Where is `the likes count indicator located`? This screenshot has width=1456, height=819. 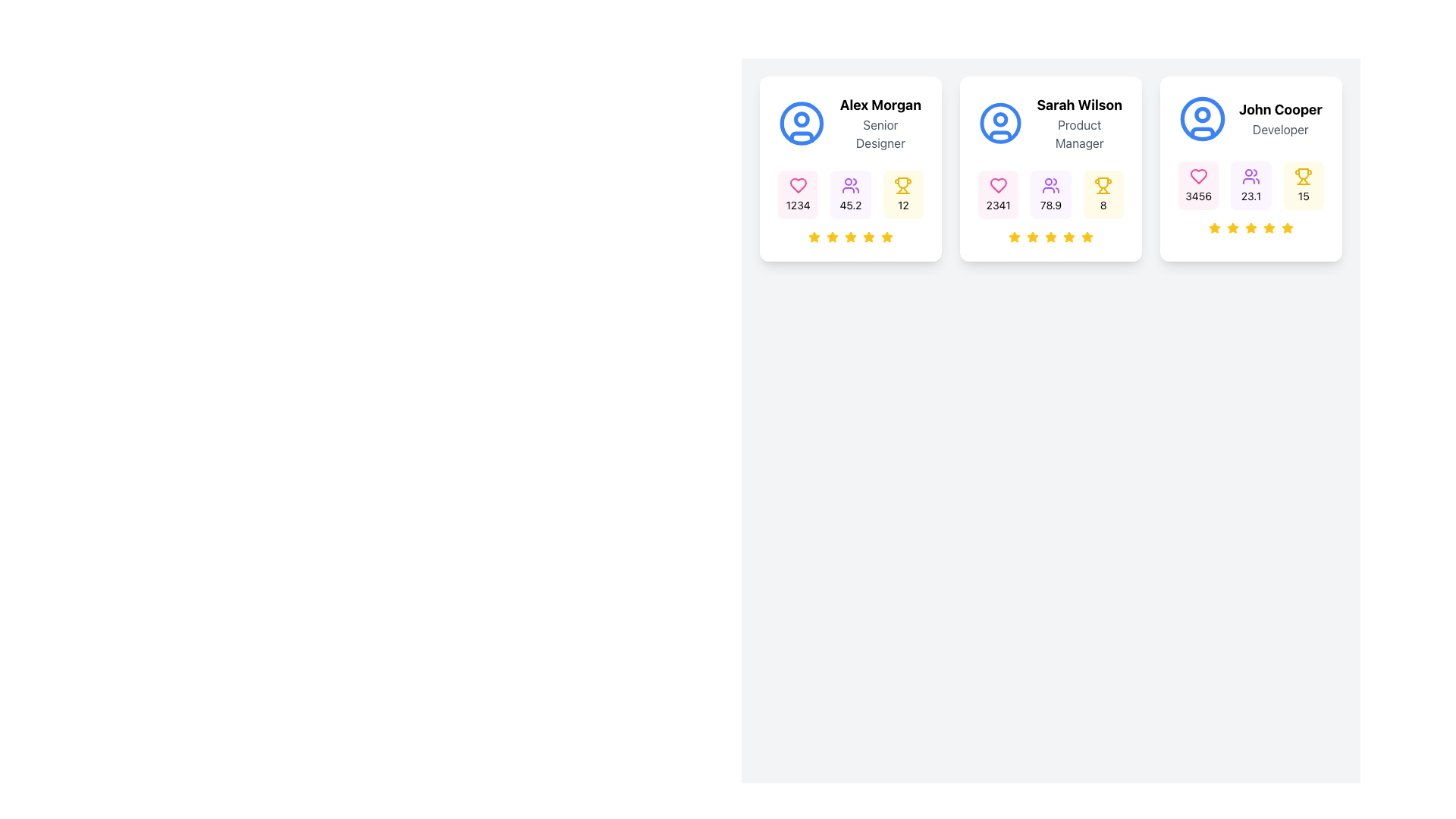
the likes count indicator located is located at coordinates (1197, 185).